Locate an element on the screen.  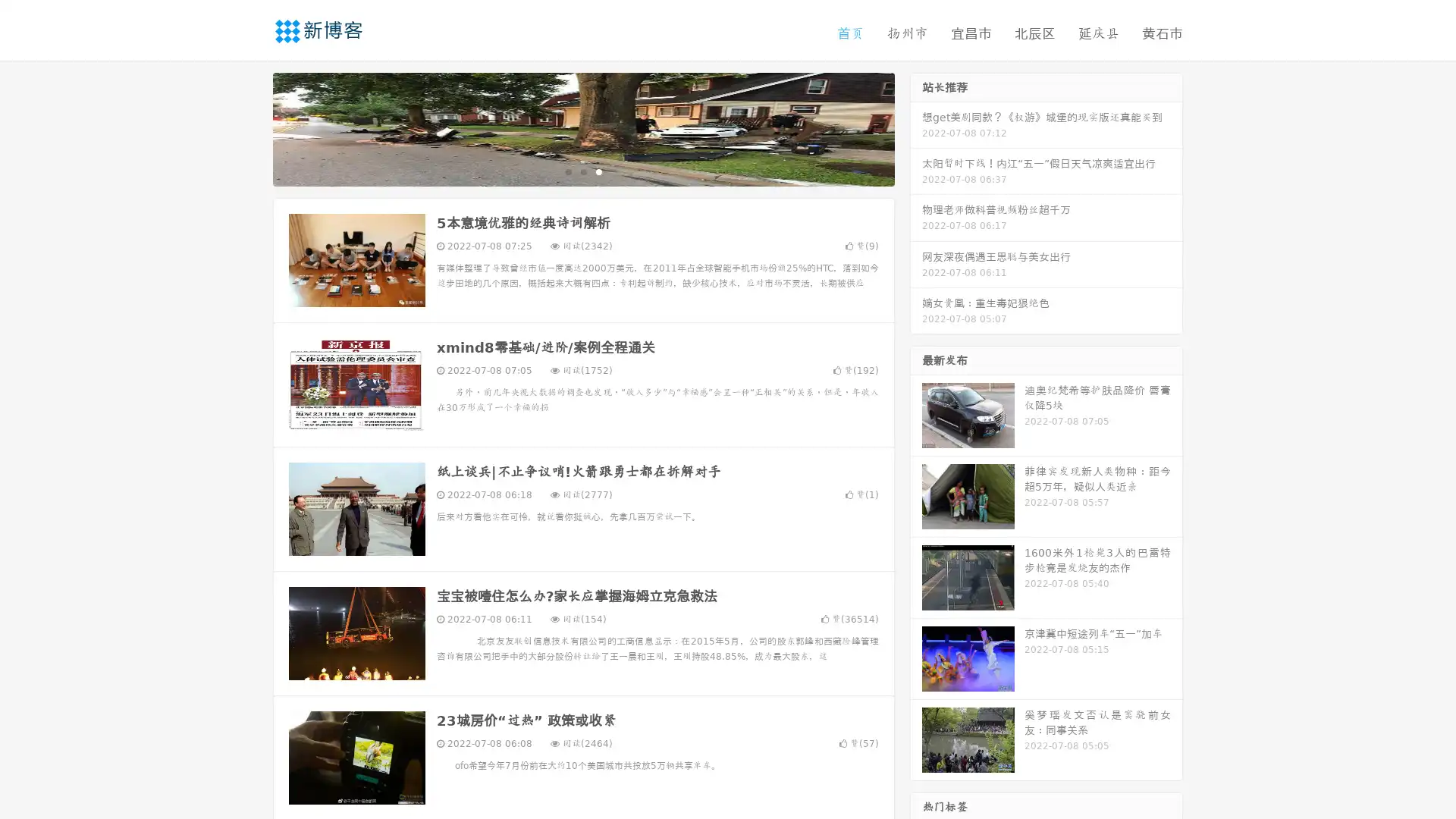
Next slide is located at coordinates (916, 127).